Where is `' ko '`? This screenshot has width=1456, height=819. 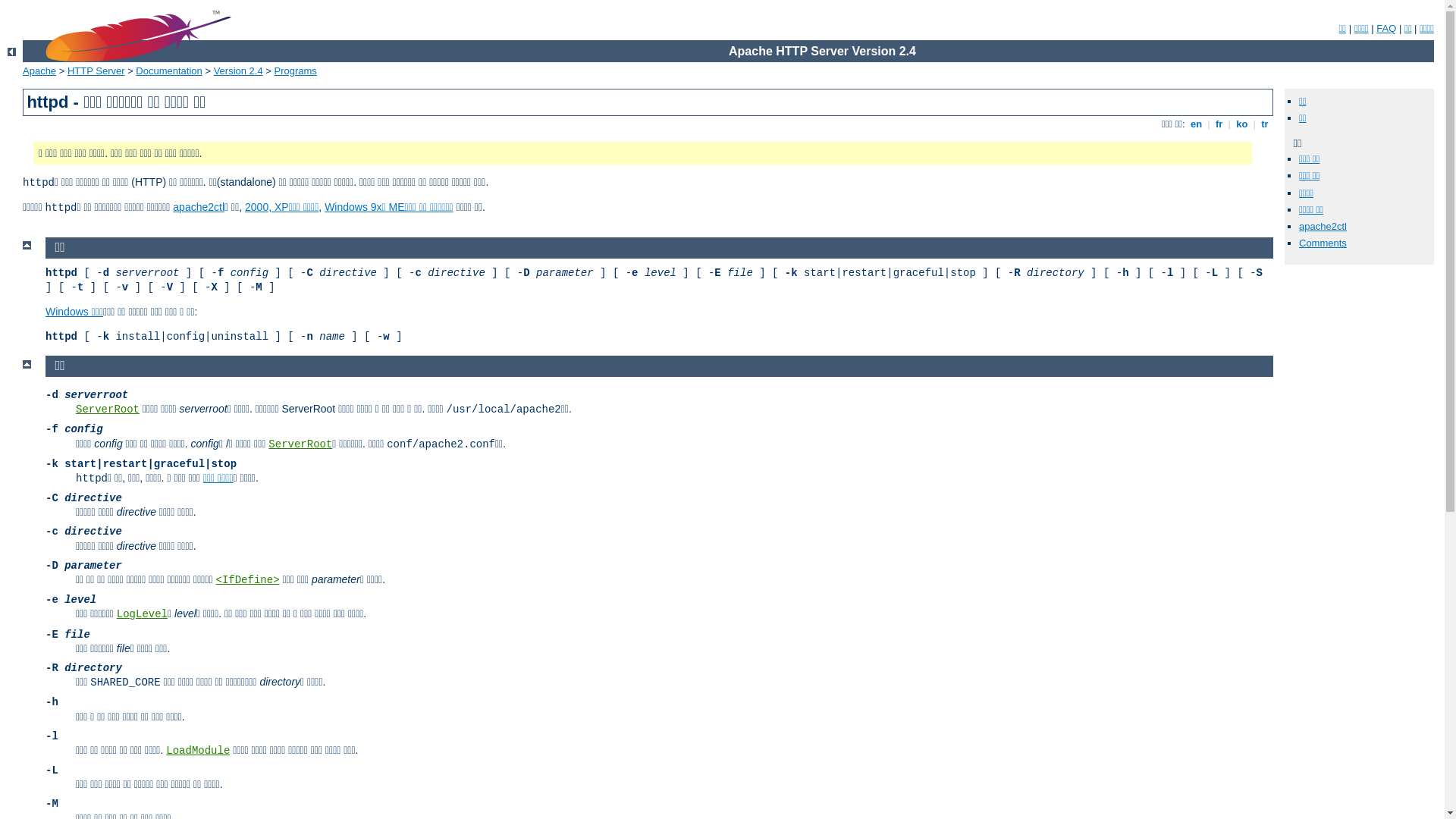 ' ko ' is located at coordinates (1241, 123).